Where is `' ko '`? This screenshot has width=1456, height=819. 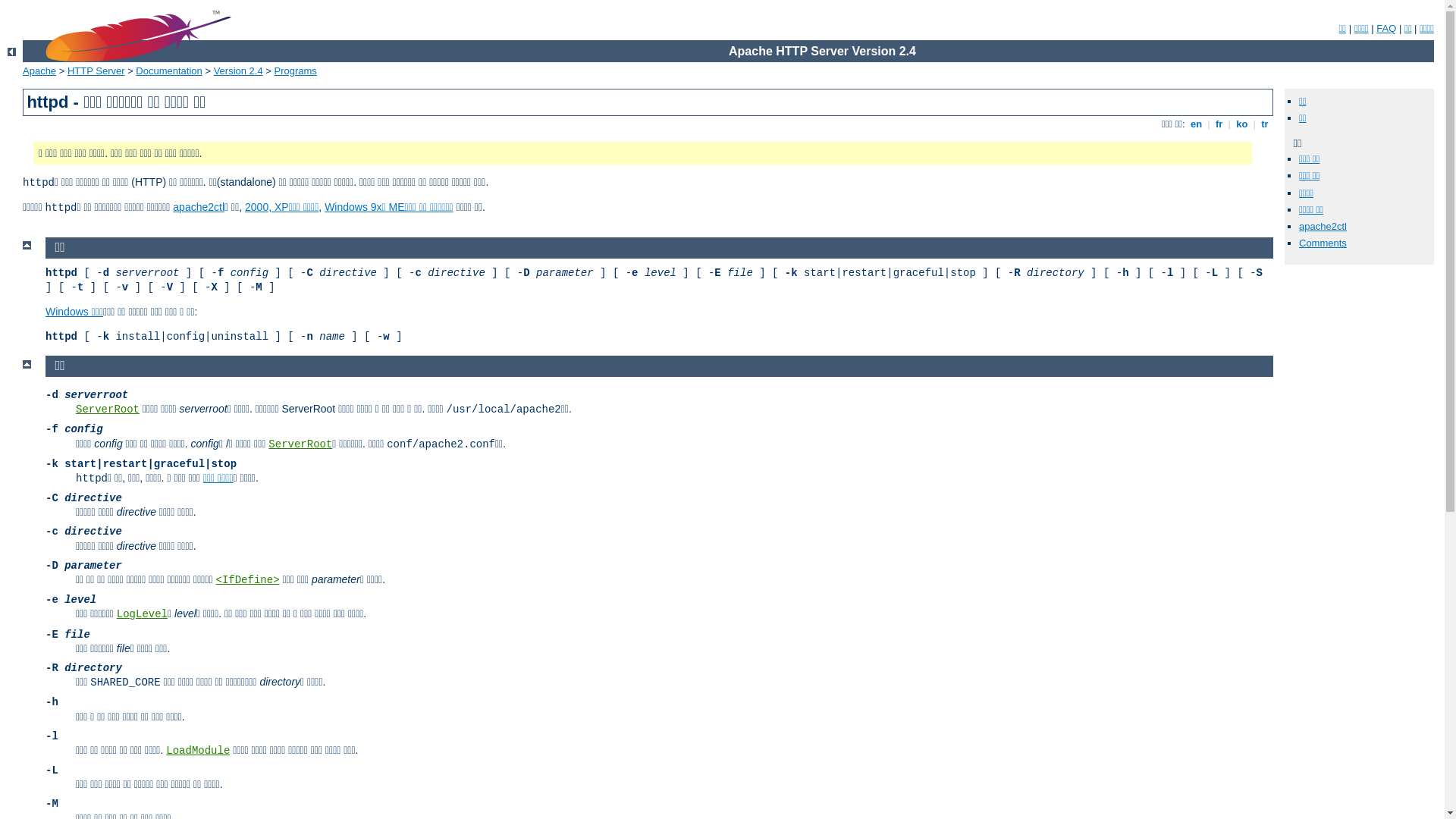 ' ko ' is located at coordinates (1241, 123).